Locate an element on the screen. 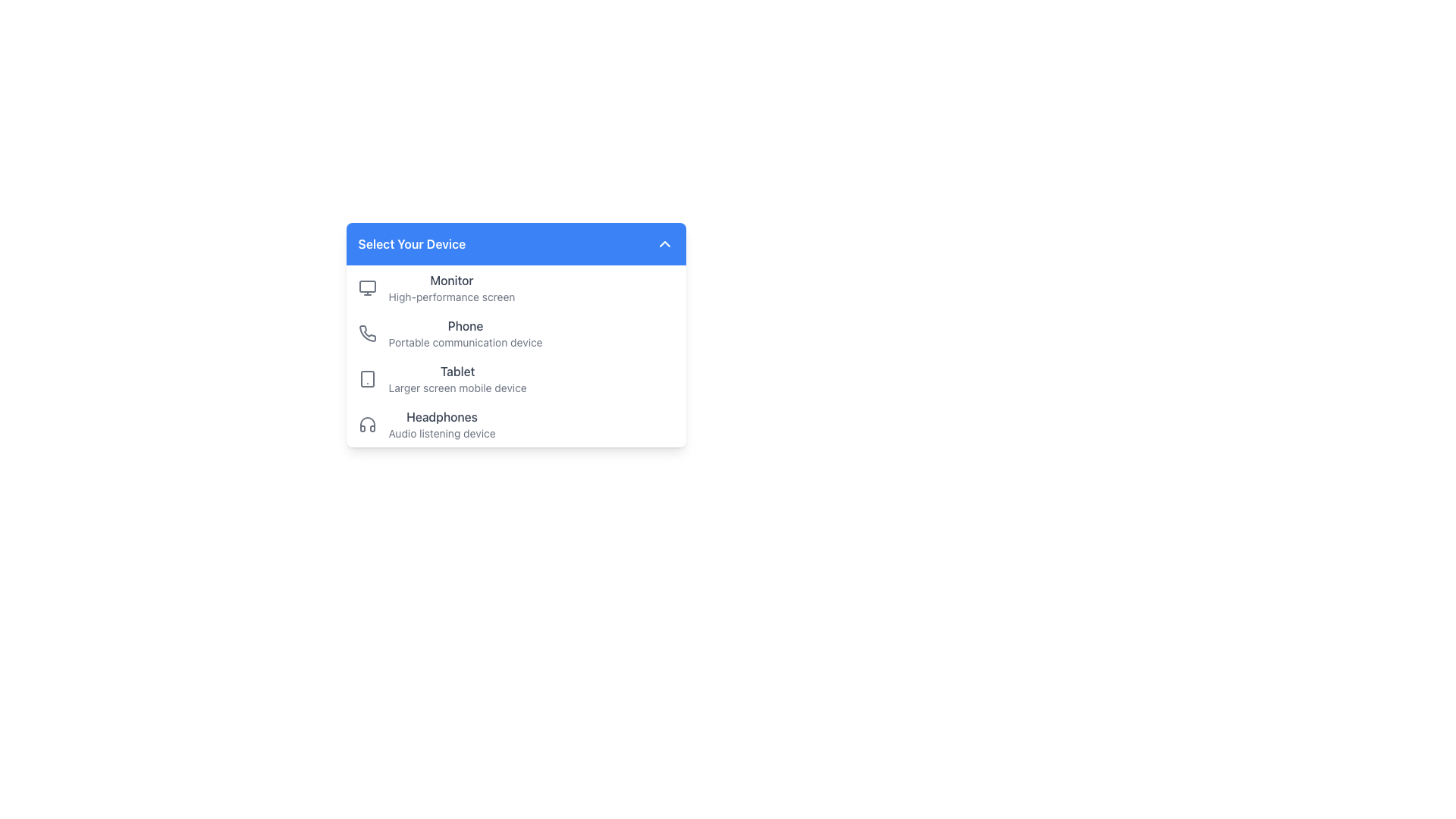 This screenshot has height=819, width=1456. the fourth selectable list item labeled 'Headphones' under 'Select Your Device' is located at coordinates (516, 424).